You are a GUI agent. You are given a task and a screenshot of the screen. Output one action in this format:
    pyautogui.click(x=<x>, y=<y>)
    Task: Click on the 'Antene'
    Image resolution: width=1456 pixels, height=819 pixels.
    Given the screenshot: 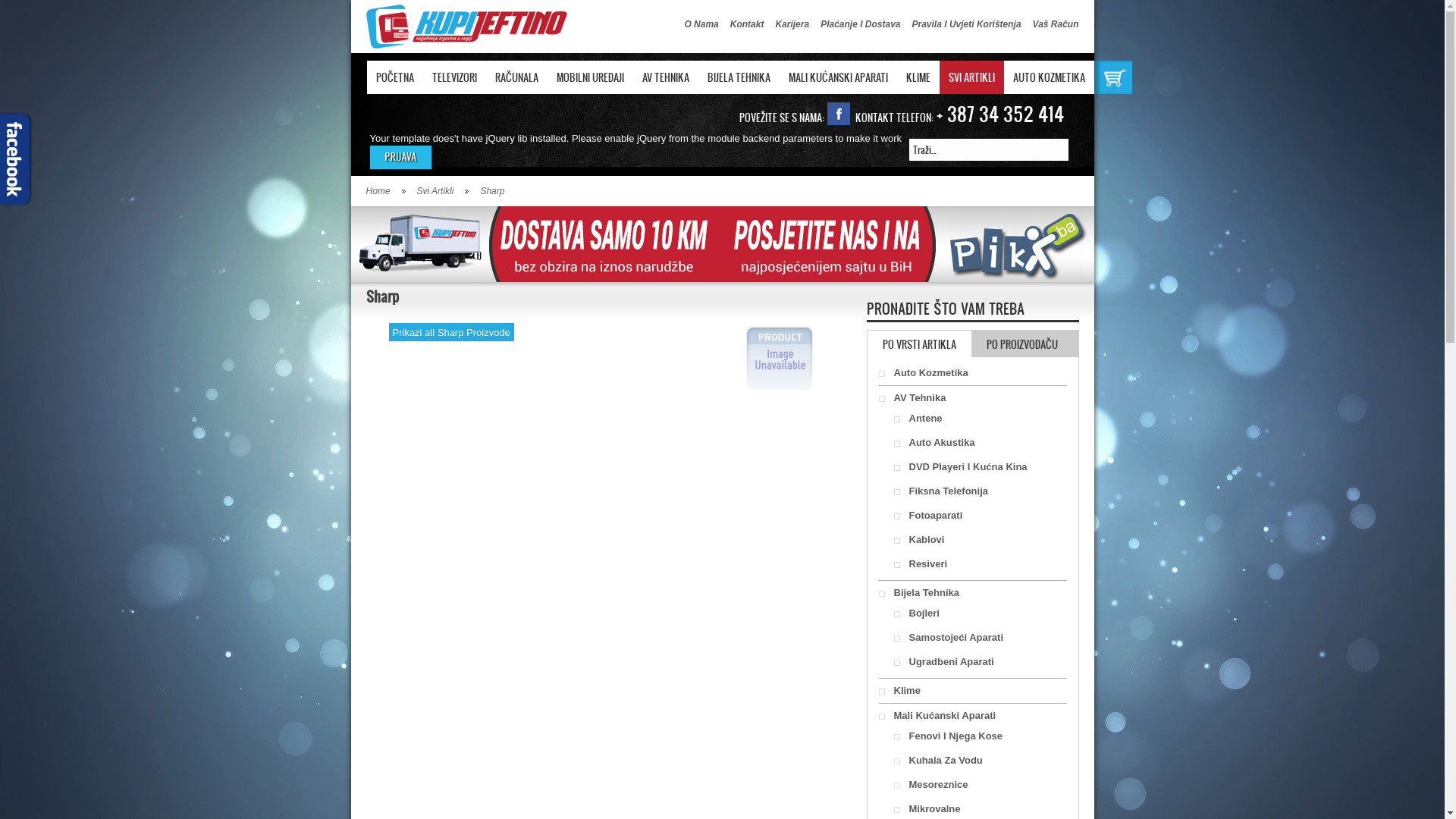 What is the action you would take?
    pyautogui.click(x=979, y=418)
    